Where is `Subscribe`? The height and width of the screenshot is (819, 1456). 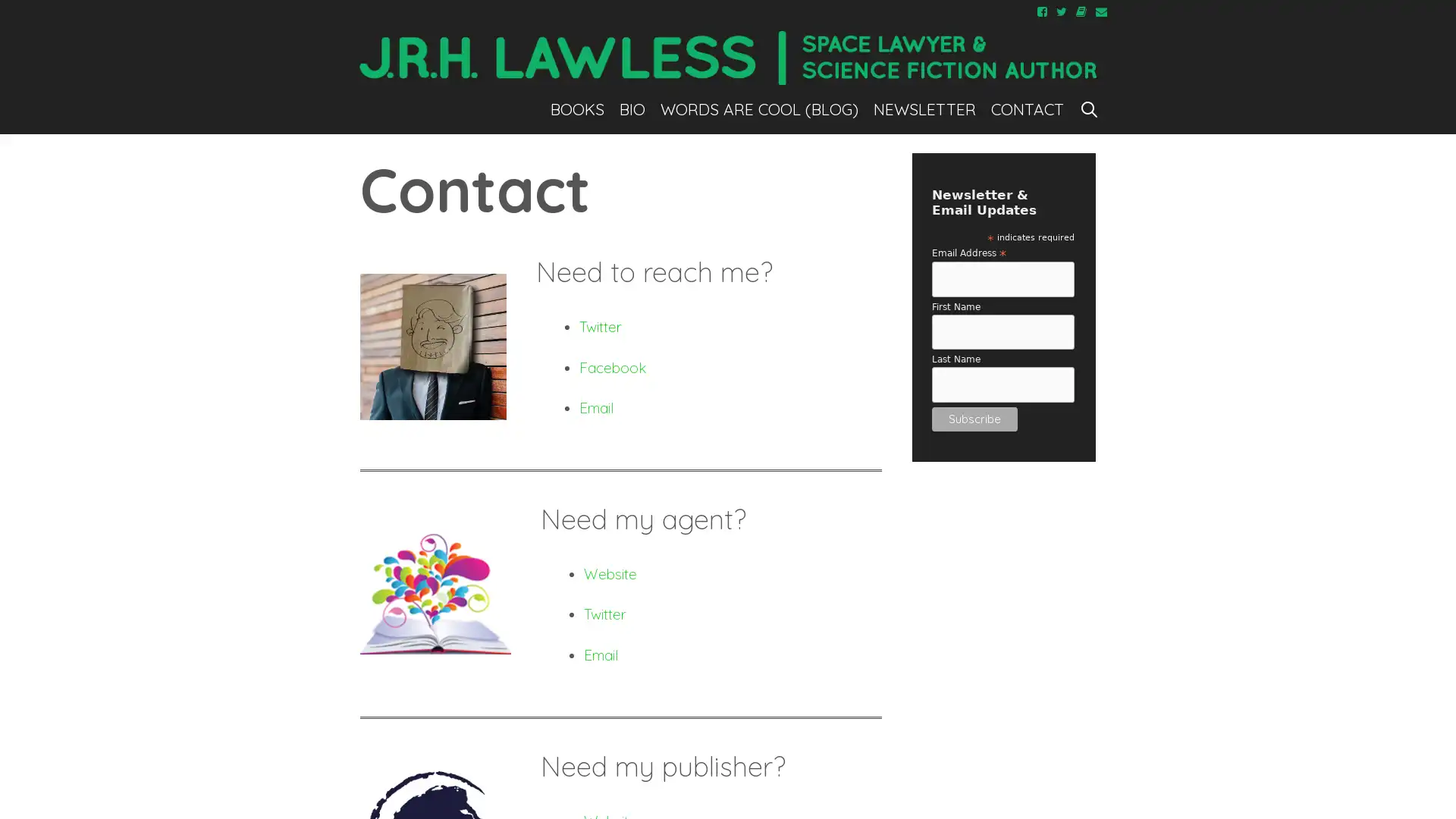
Subscribe is located at coordinates (974, 418).